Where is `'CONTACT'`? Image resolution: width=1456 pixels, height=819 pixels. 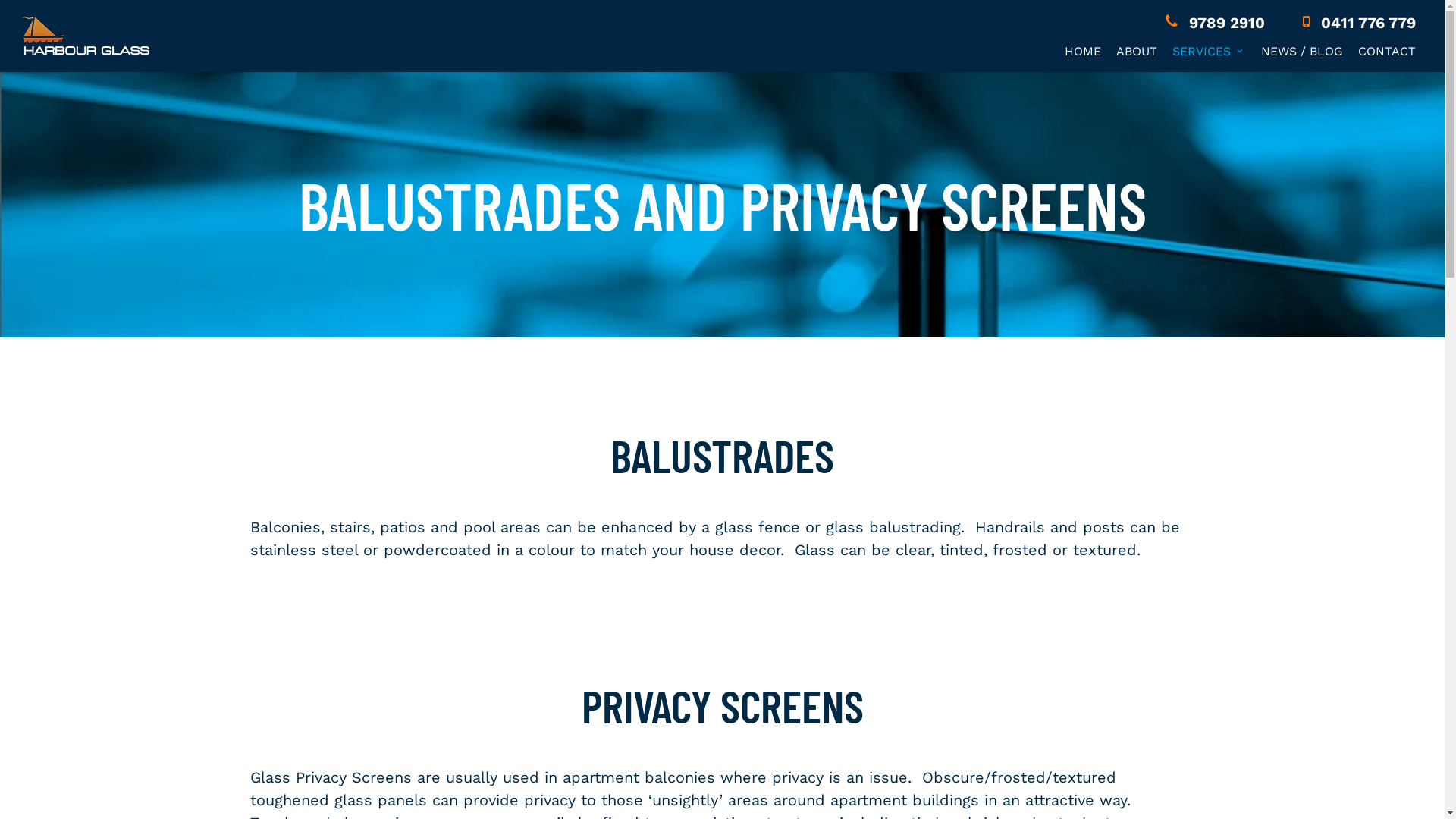
'CONTACT' is located at coordinates (1386, 49).